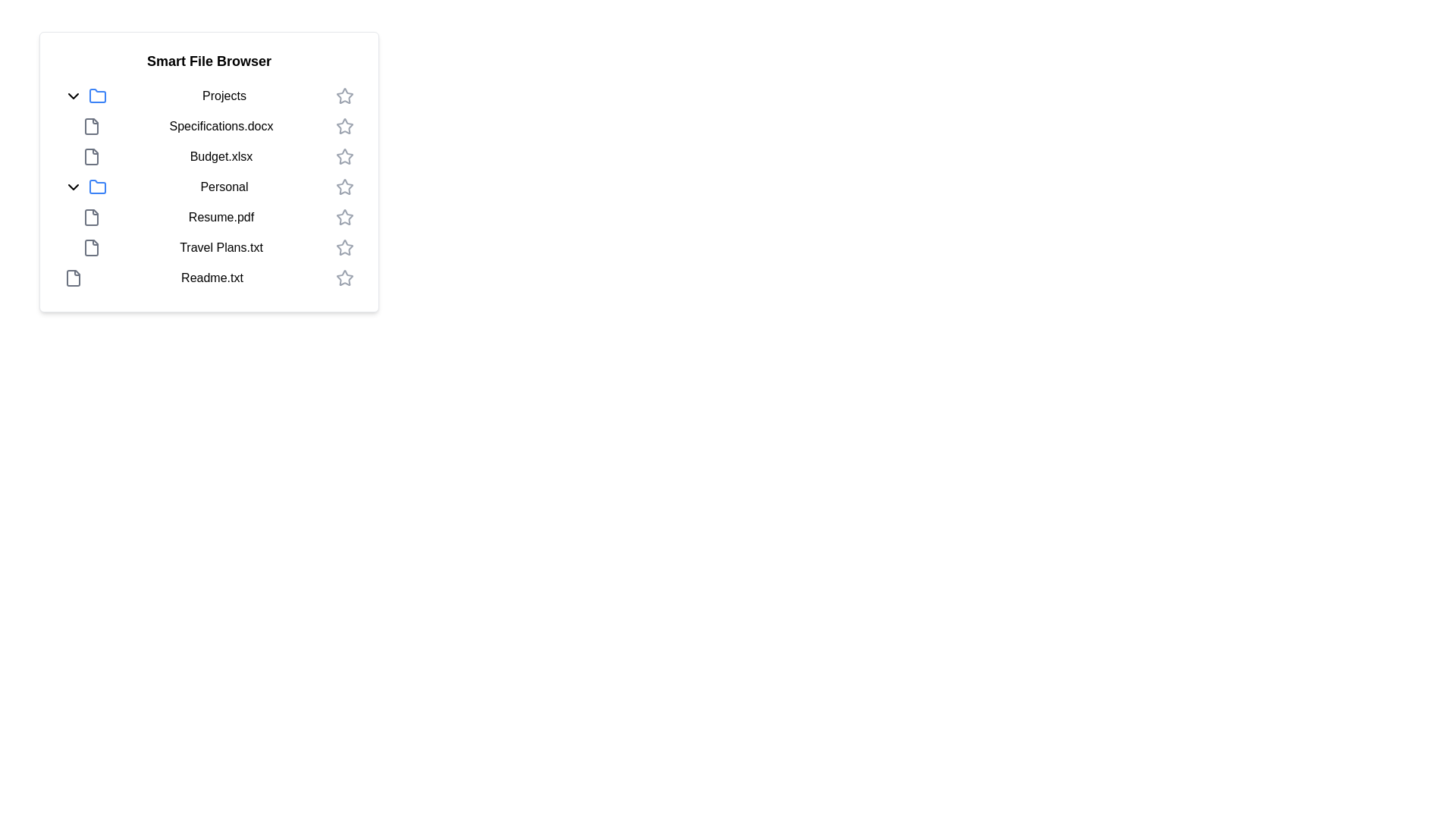  What do you see at coordinates (90, 157) in the screenshot?
I see `the file icon representing 'Budget.xlsx' in the file browser interface, which is the second item under the 'Projects' folder grouping` at bounding box center [90, 157].